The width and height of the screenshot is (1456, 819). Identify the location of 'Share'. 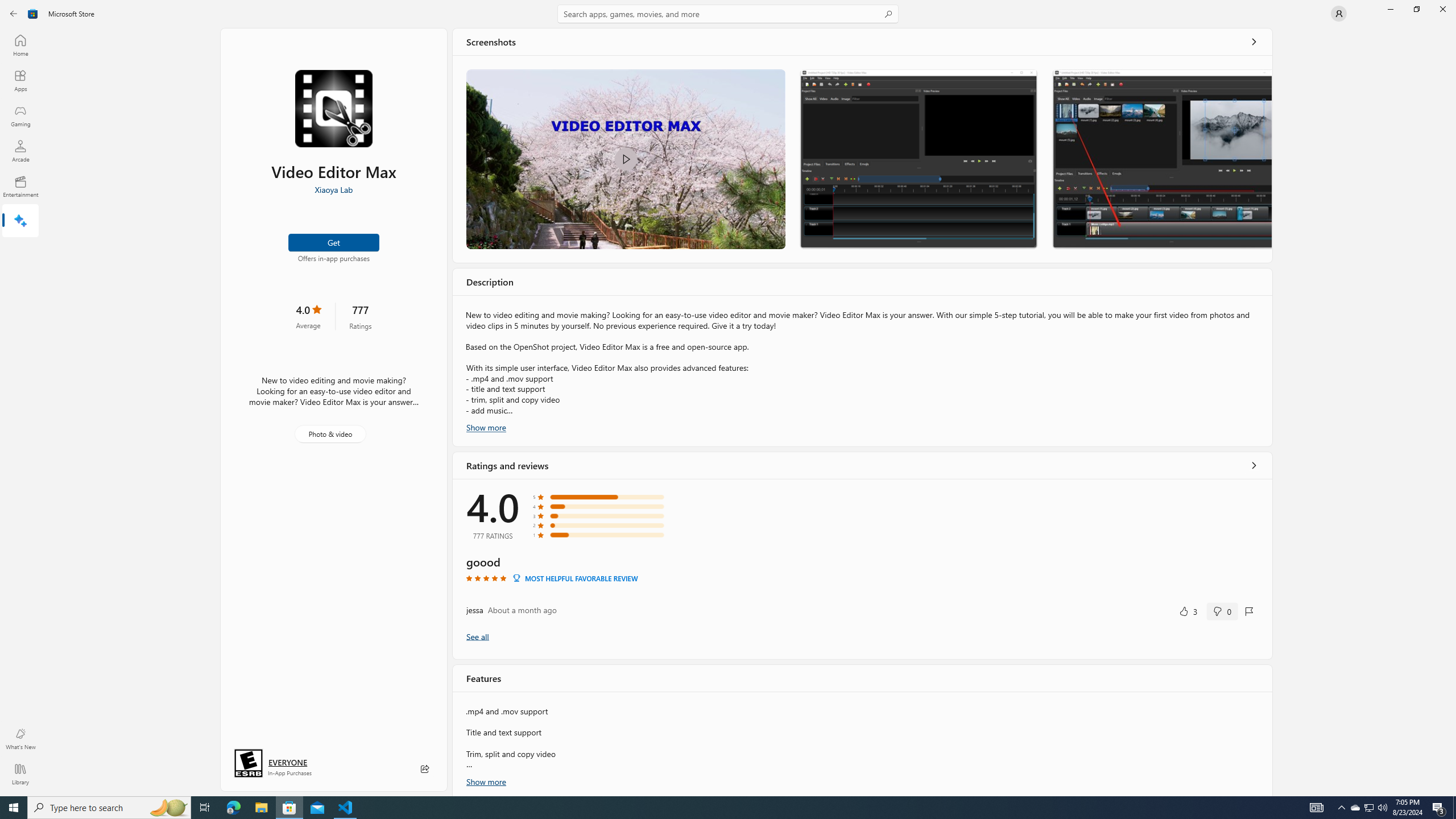
(424, 768).